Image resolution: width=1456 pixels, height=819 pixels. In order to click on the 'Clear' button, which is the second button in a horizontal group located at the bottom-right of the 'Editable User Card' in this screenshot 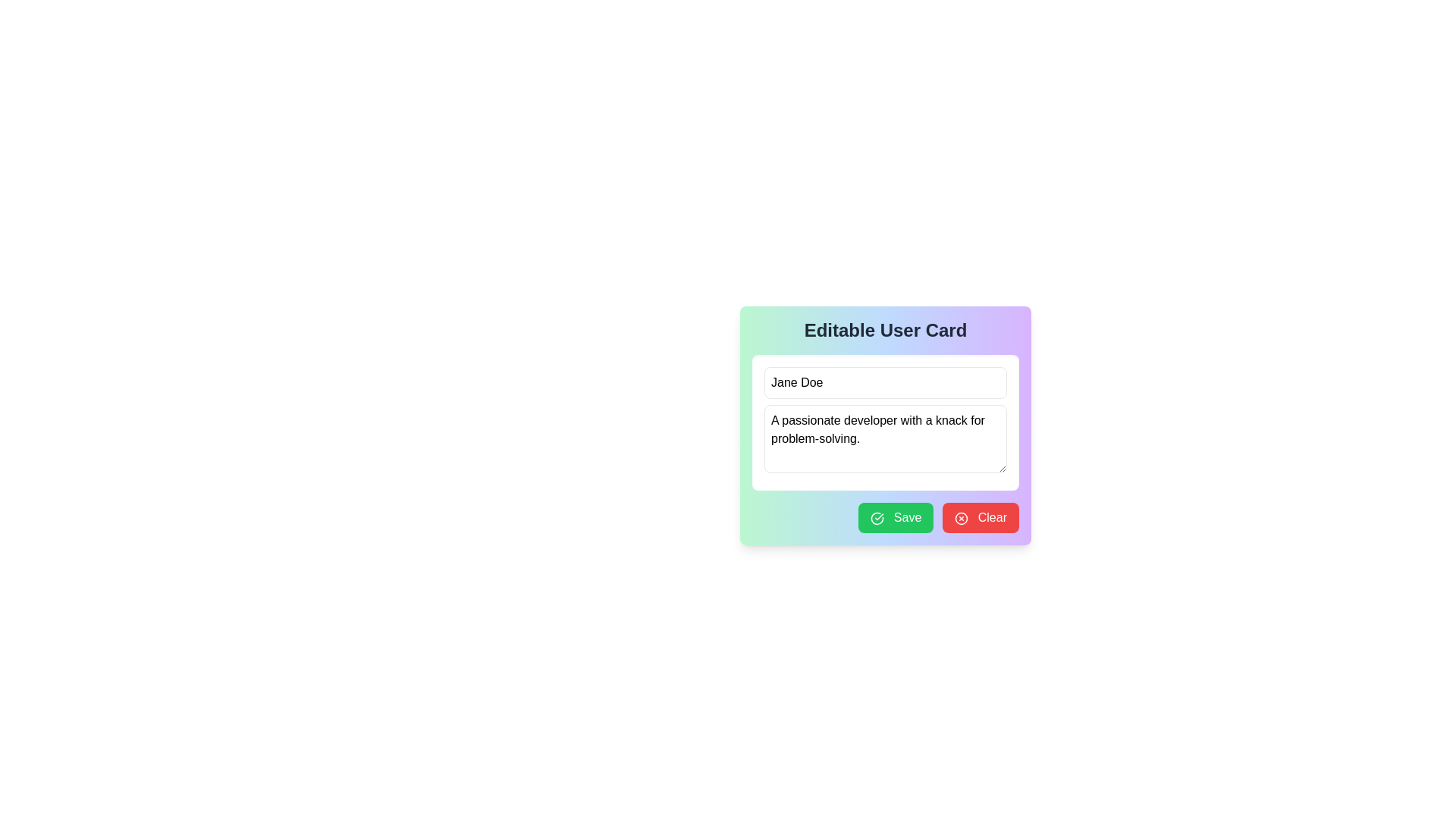, I will do `click(981, 516)`.